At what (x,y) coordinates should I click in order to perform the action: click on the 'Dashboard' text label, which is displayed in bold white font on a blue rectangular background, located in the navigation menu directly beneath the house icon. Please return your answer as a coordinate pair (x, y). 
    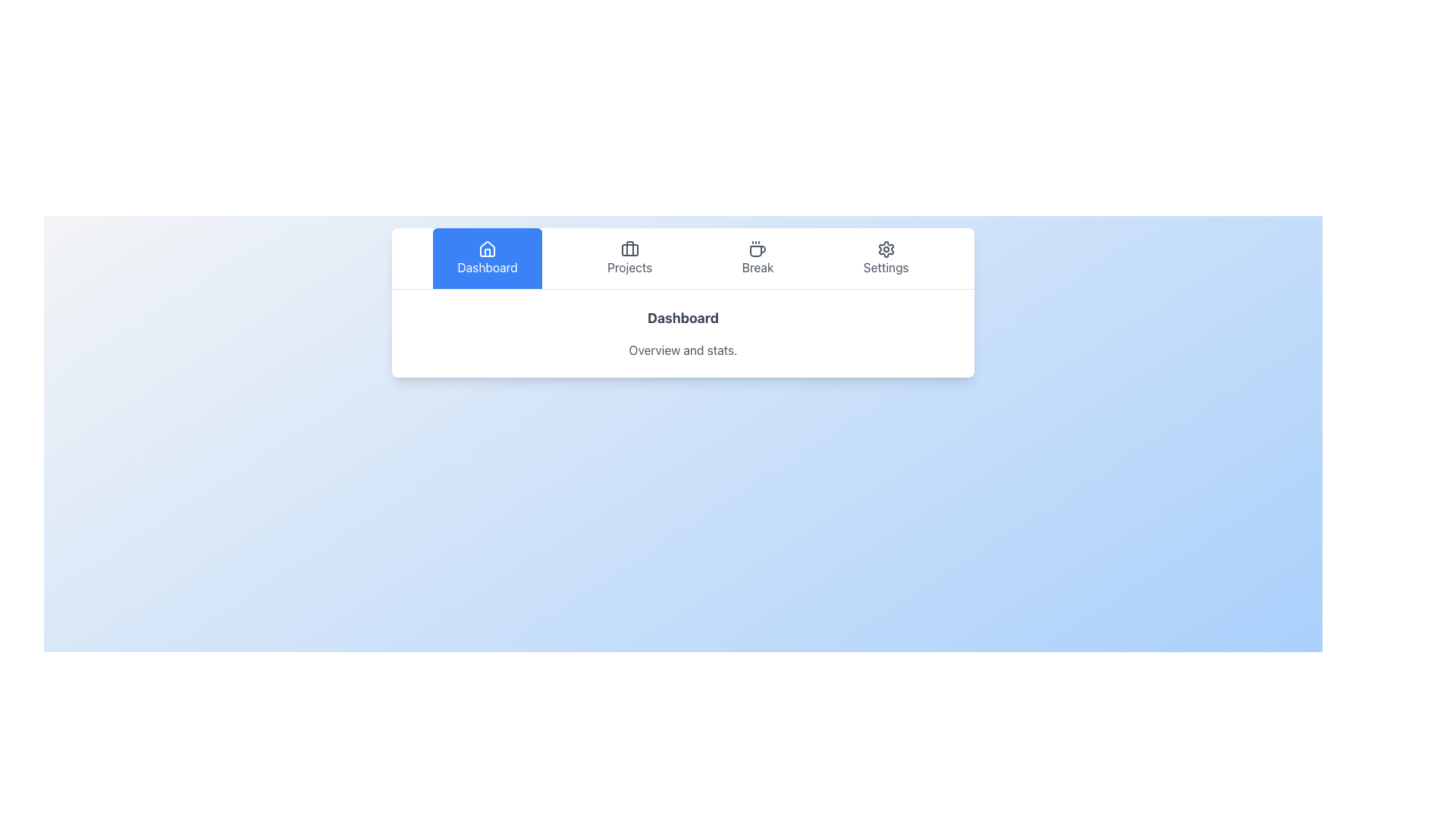
    Looking at the image, I should click on (488, 267).